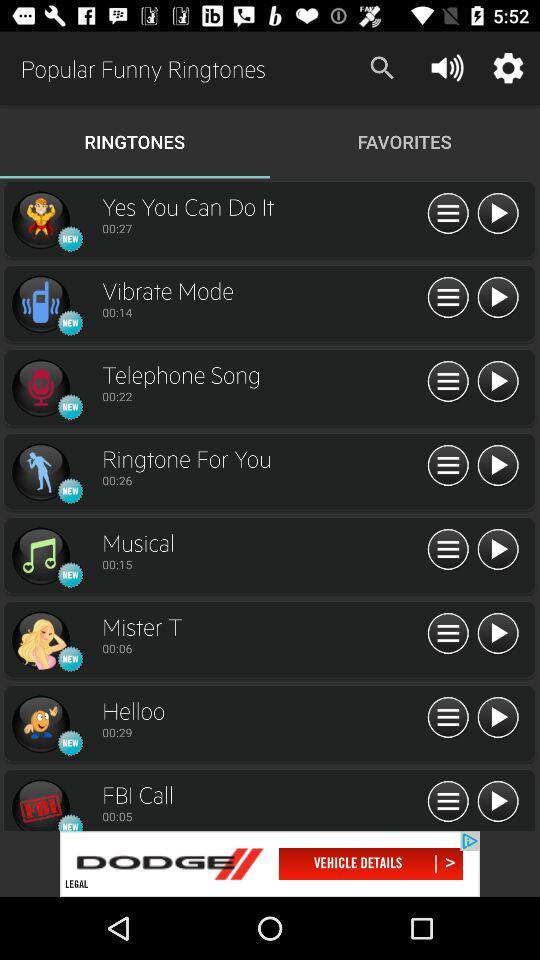 Image resolution: width=540 pixels, height=960 pixels. I want to click on vibrate mode option, so click(40, 304).